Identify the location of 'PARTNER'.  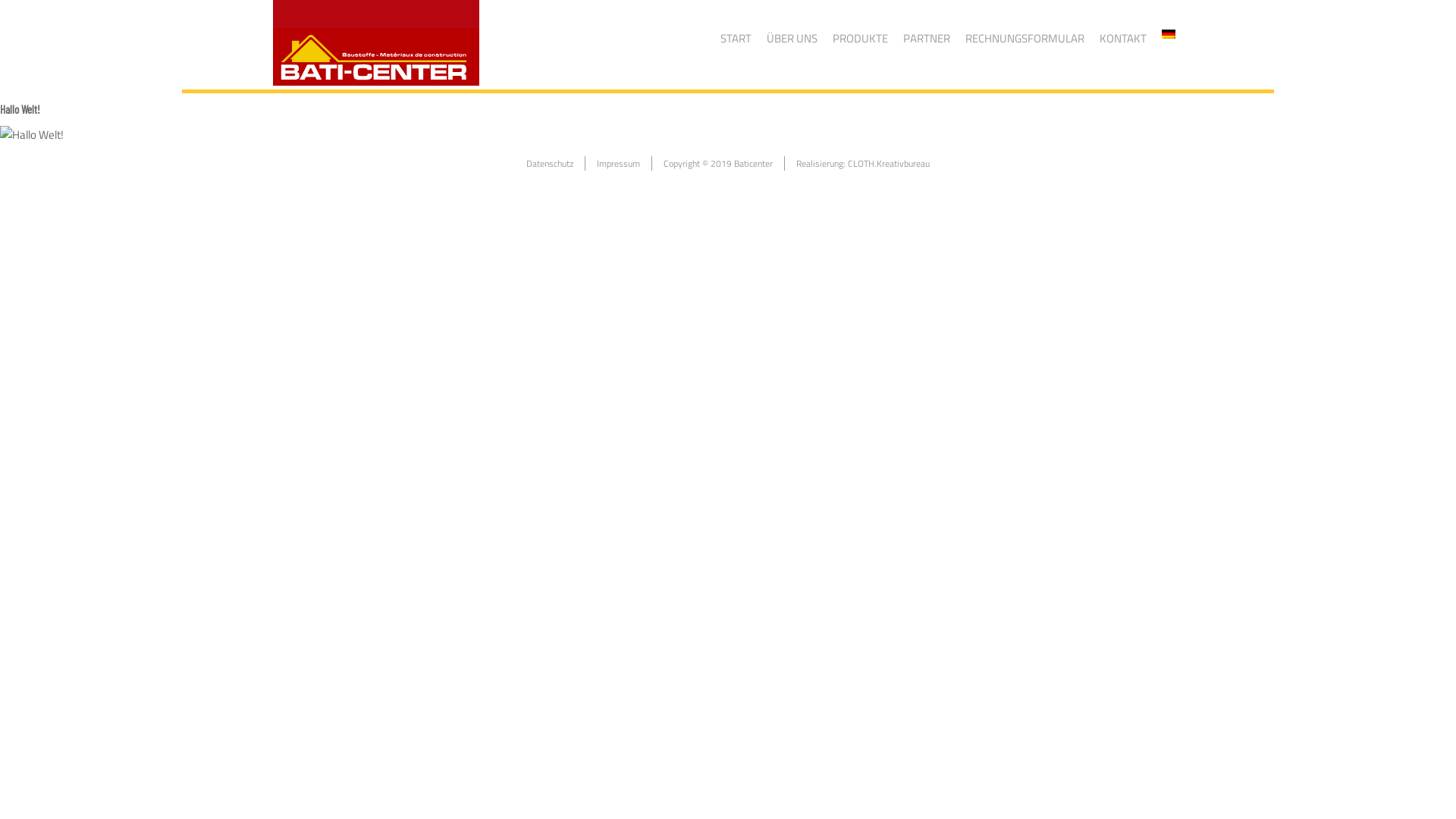
(926, 36).